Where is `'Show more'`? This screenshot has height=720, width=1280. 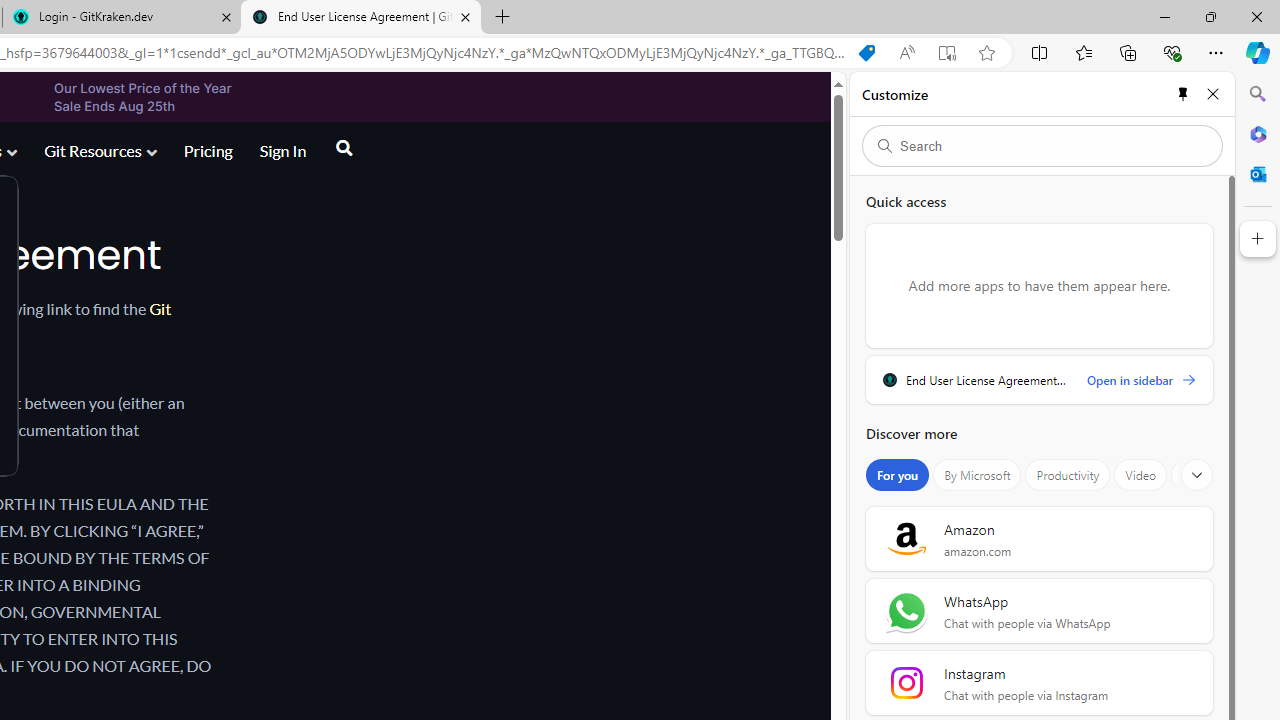
'Show more' is located at coordinates (1197, 475).